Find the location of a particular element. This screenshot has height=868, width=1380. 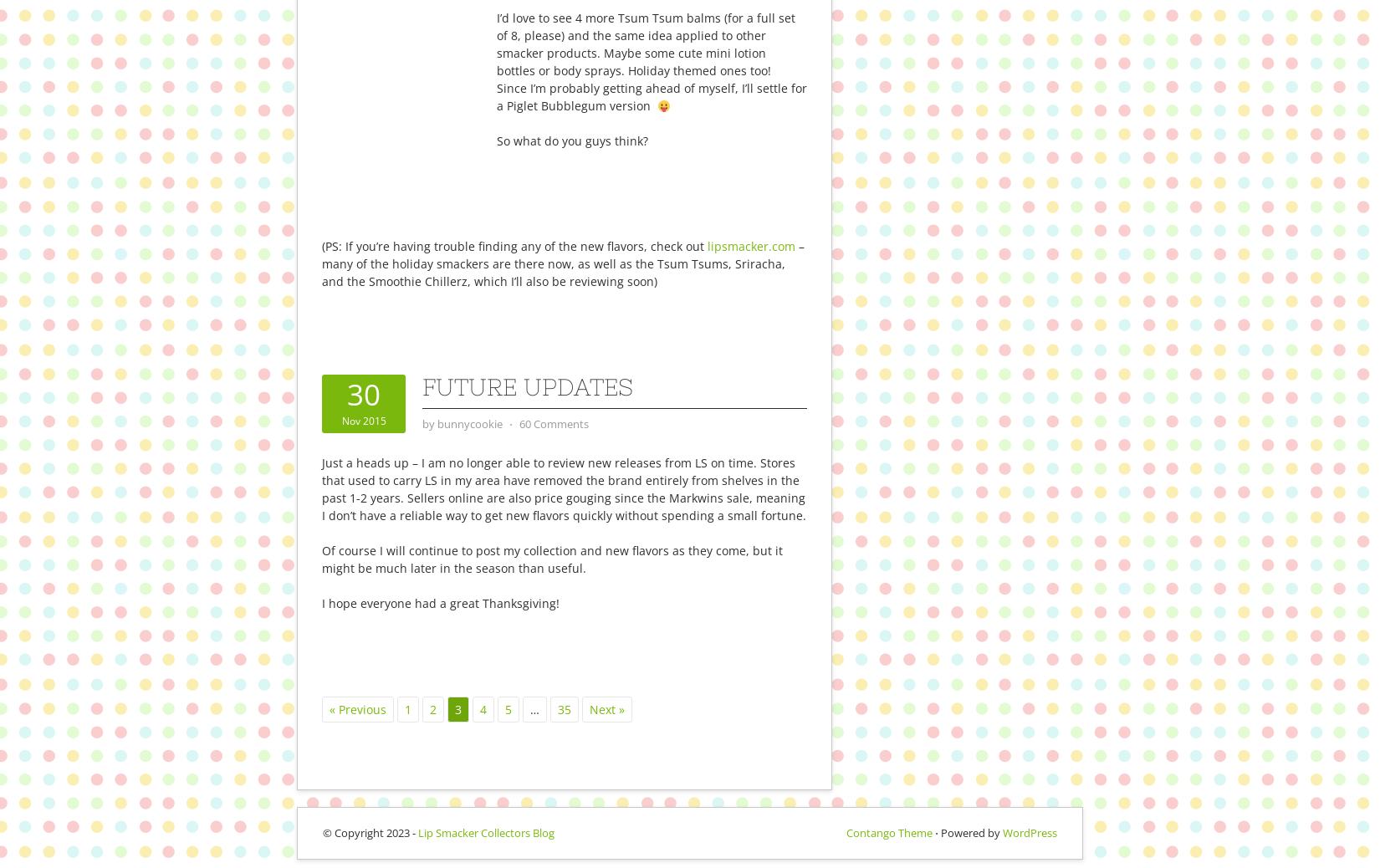

'© Copyright 2023 -' is located at coordinates (370, 832).